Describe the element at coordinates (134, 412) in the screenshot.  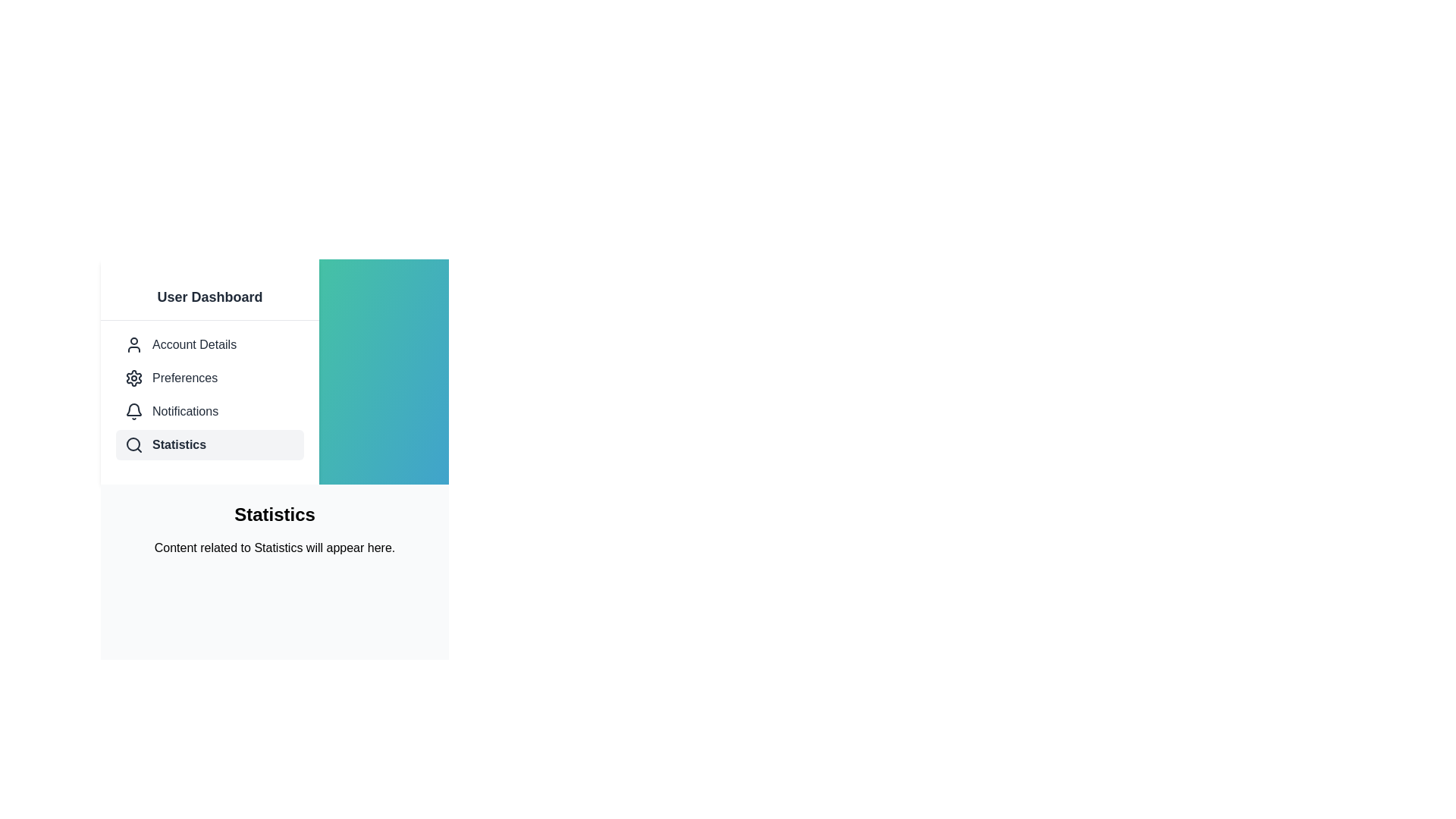
I see `the notifications SVG icon located in the left sidebar` at that location.